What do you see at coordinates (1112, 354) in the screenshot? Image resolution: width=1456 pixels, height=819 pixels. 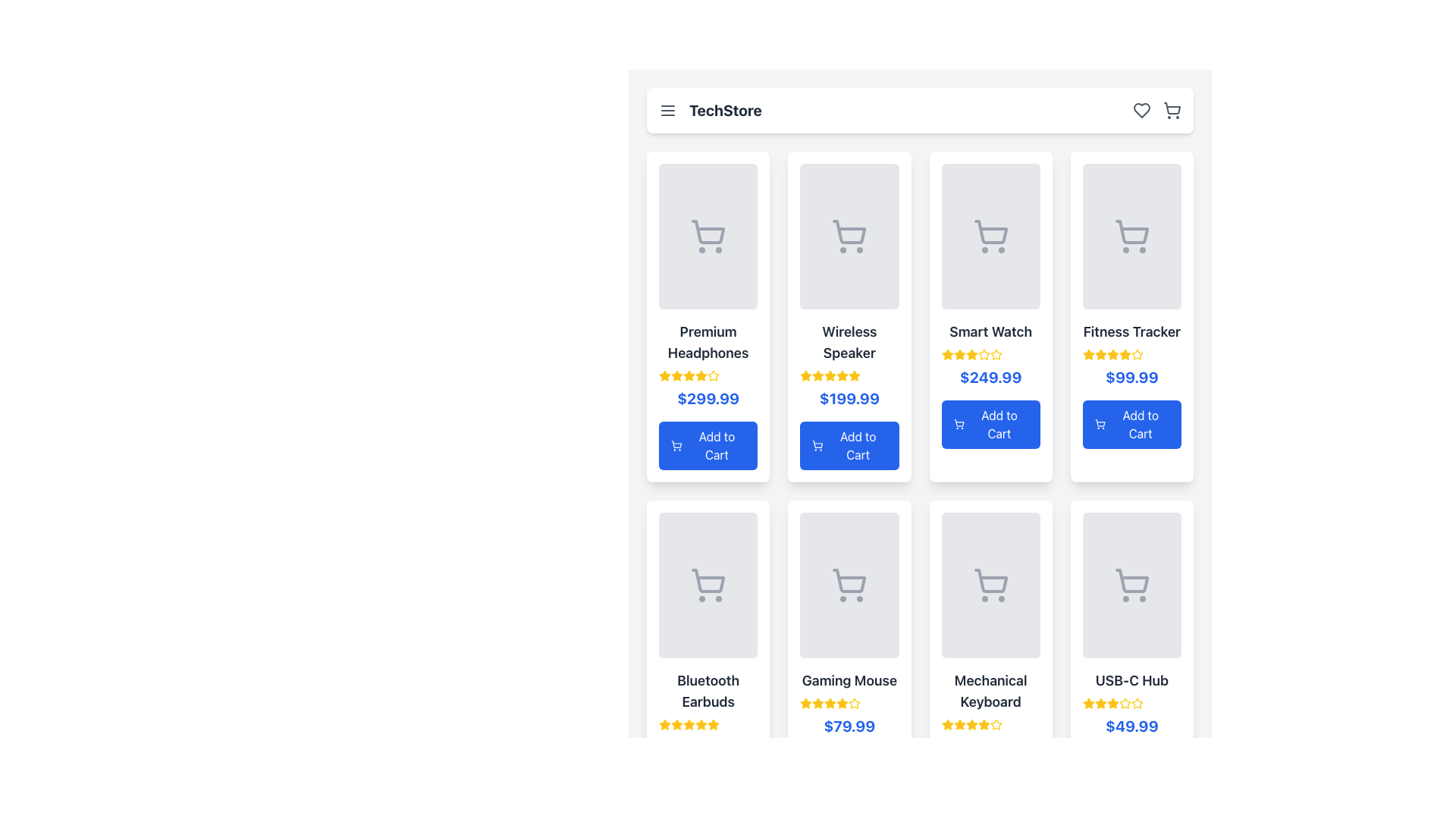 I see `the star icon representing one star in the rating system for the 'Fitness Tracker' product, located in the first row of the grid layout's third column` at bounding box center [1112, 354].